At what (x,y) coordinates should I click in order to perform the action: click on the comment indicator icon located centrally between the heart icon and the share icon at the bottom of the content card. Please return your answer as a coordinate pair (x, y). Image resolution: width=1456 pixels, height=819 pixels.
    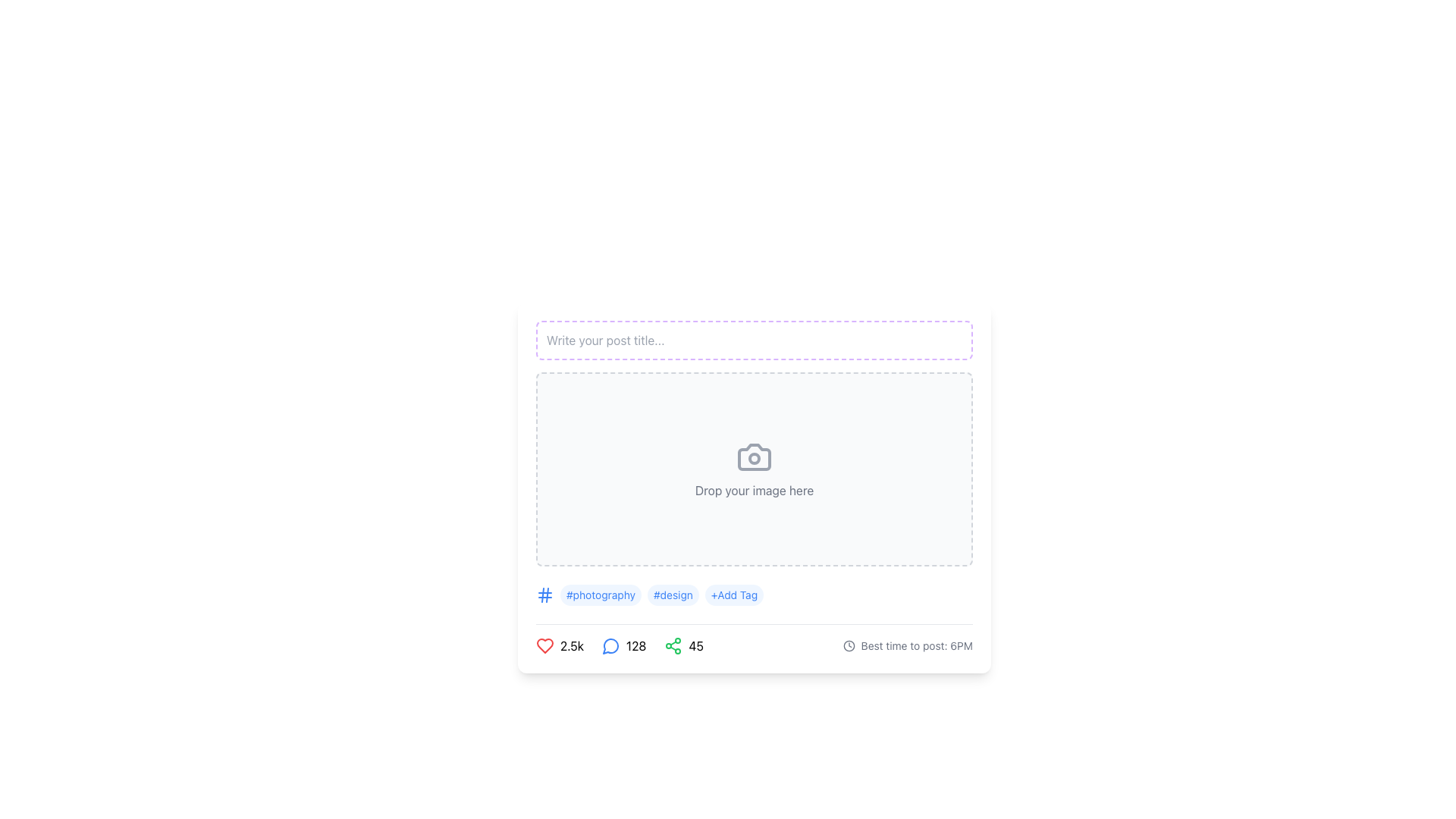
    Looking at the image, I should click on (610, 646).